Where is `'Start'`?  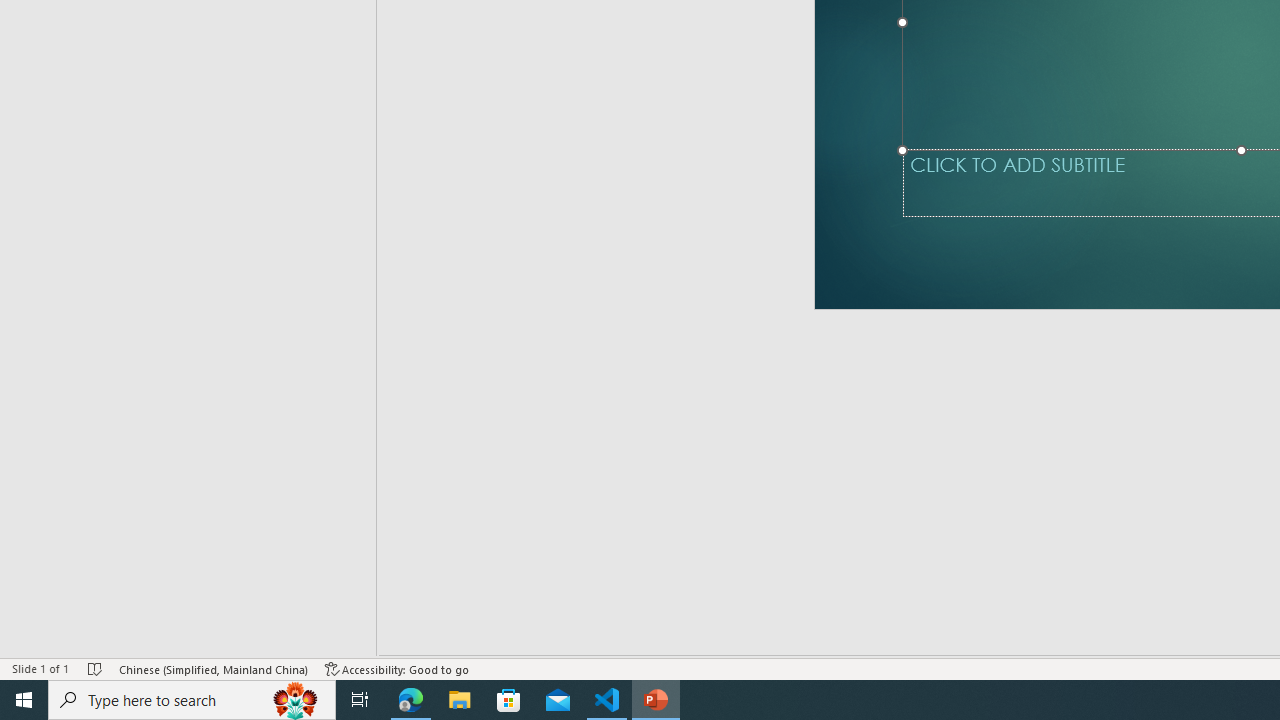
'Start' is located at coordinates (24, 698).